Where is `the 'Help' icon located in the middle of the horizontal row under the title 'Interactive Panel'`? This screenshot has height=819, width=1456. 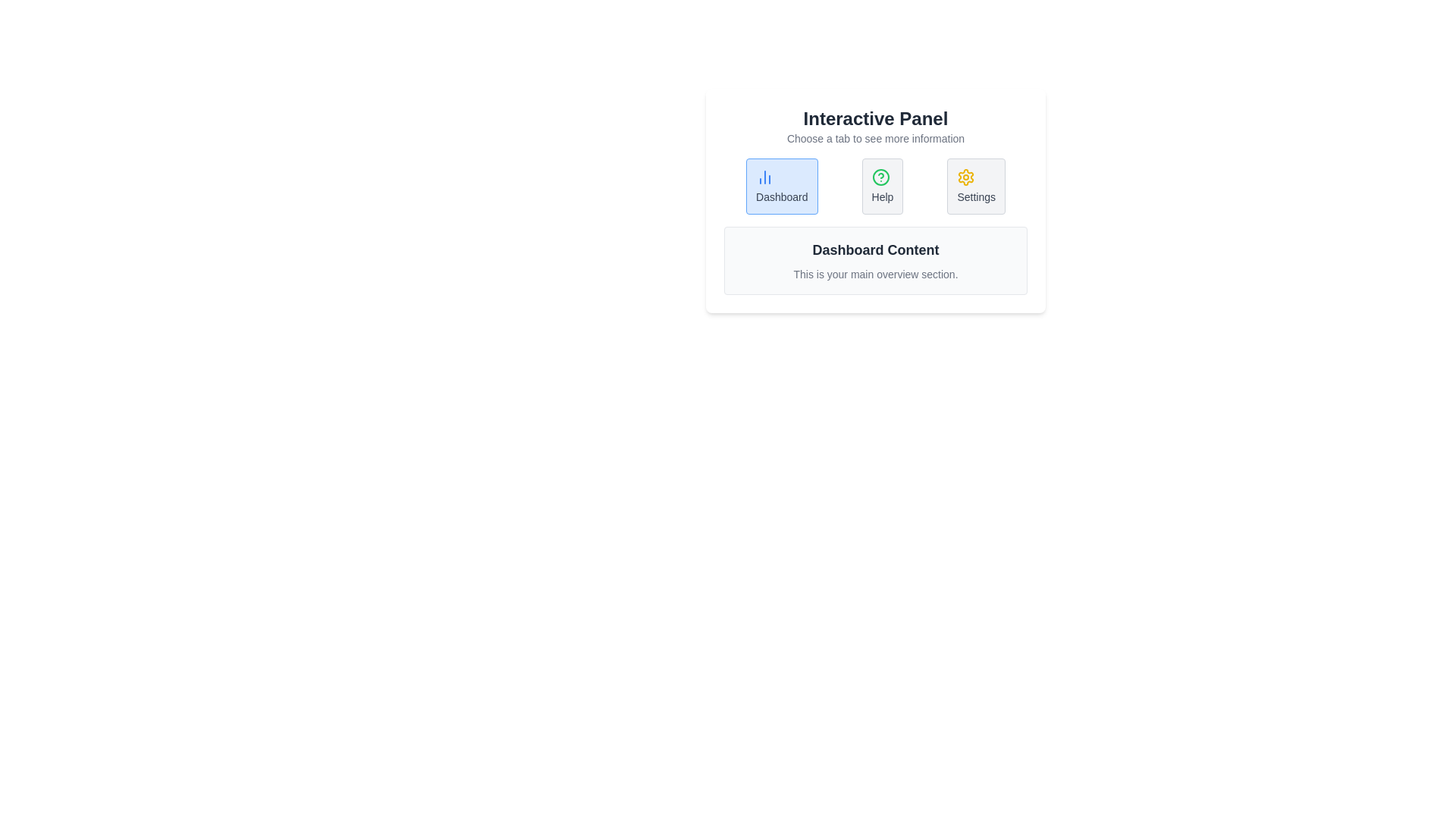 the 'Help' icon located in the middle of the horizontal row under the title 'Interactive Panel' is located at coordinates (880, 177).